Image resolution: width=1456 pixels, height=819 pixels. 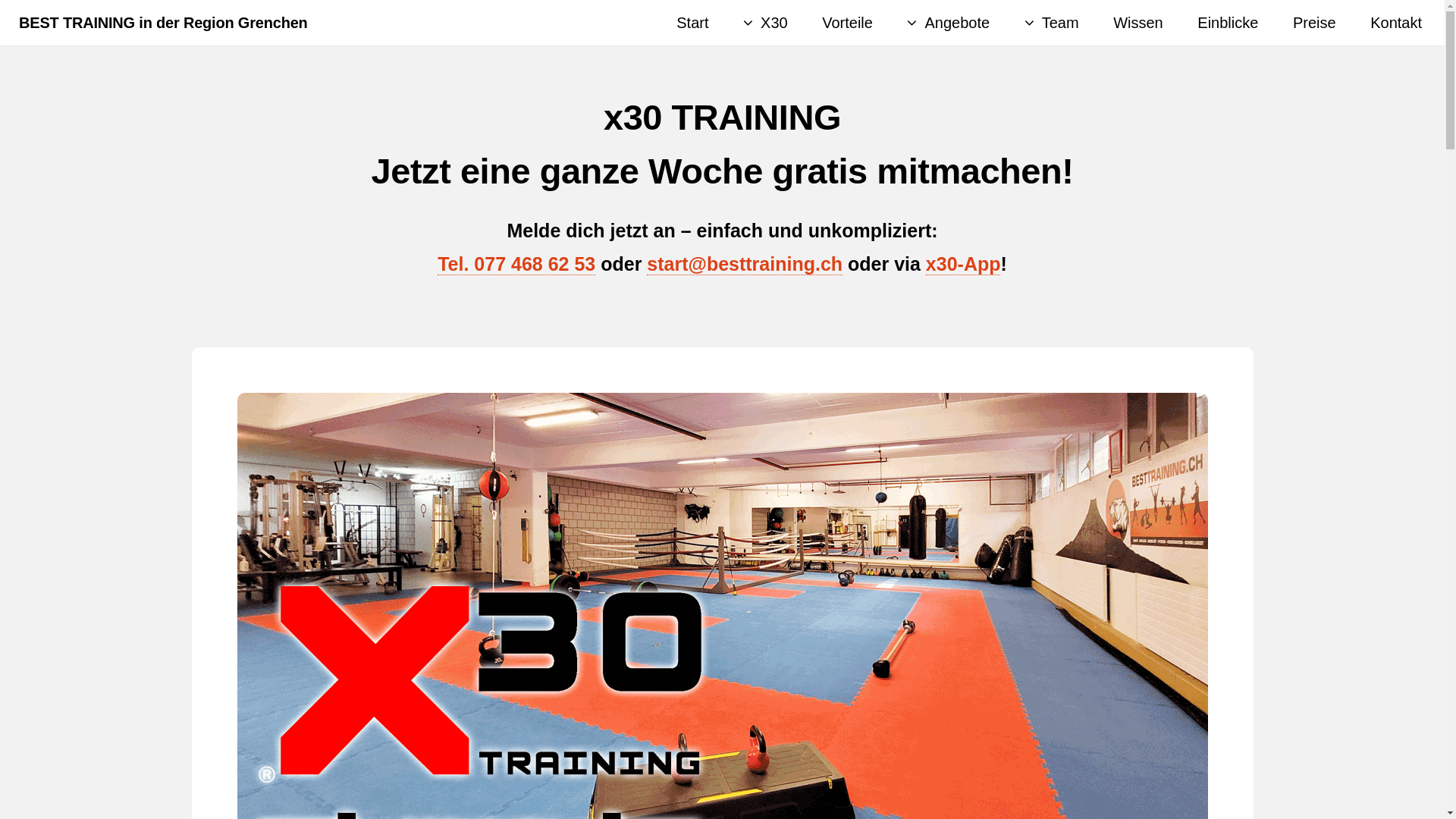 I want to click on 'X30', so click(x=742, y=23).